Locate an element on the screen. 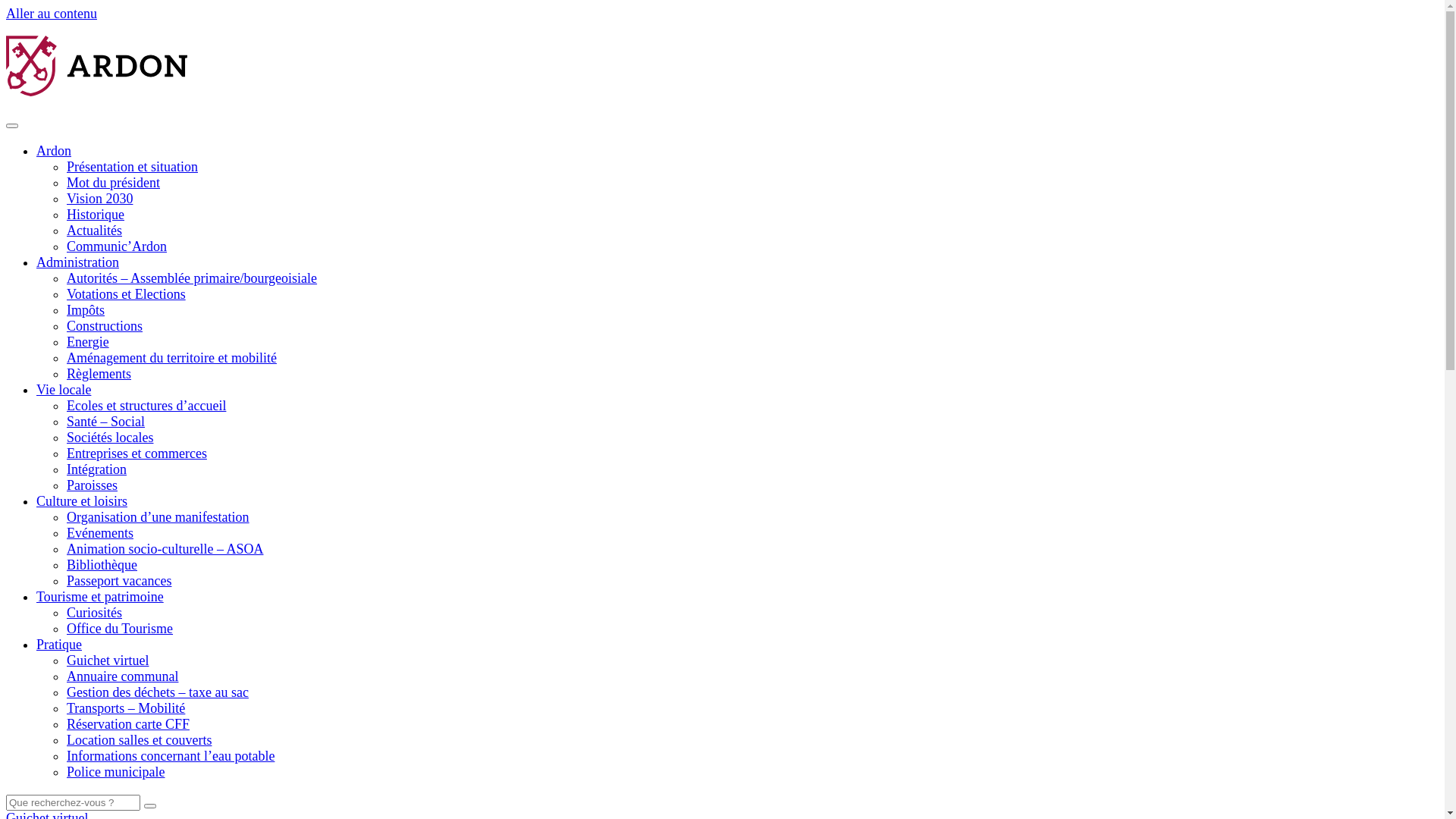 The image size is (1456, 819). 'Historique' is located at coordinates (94, 214).